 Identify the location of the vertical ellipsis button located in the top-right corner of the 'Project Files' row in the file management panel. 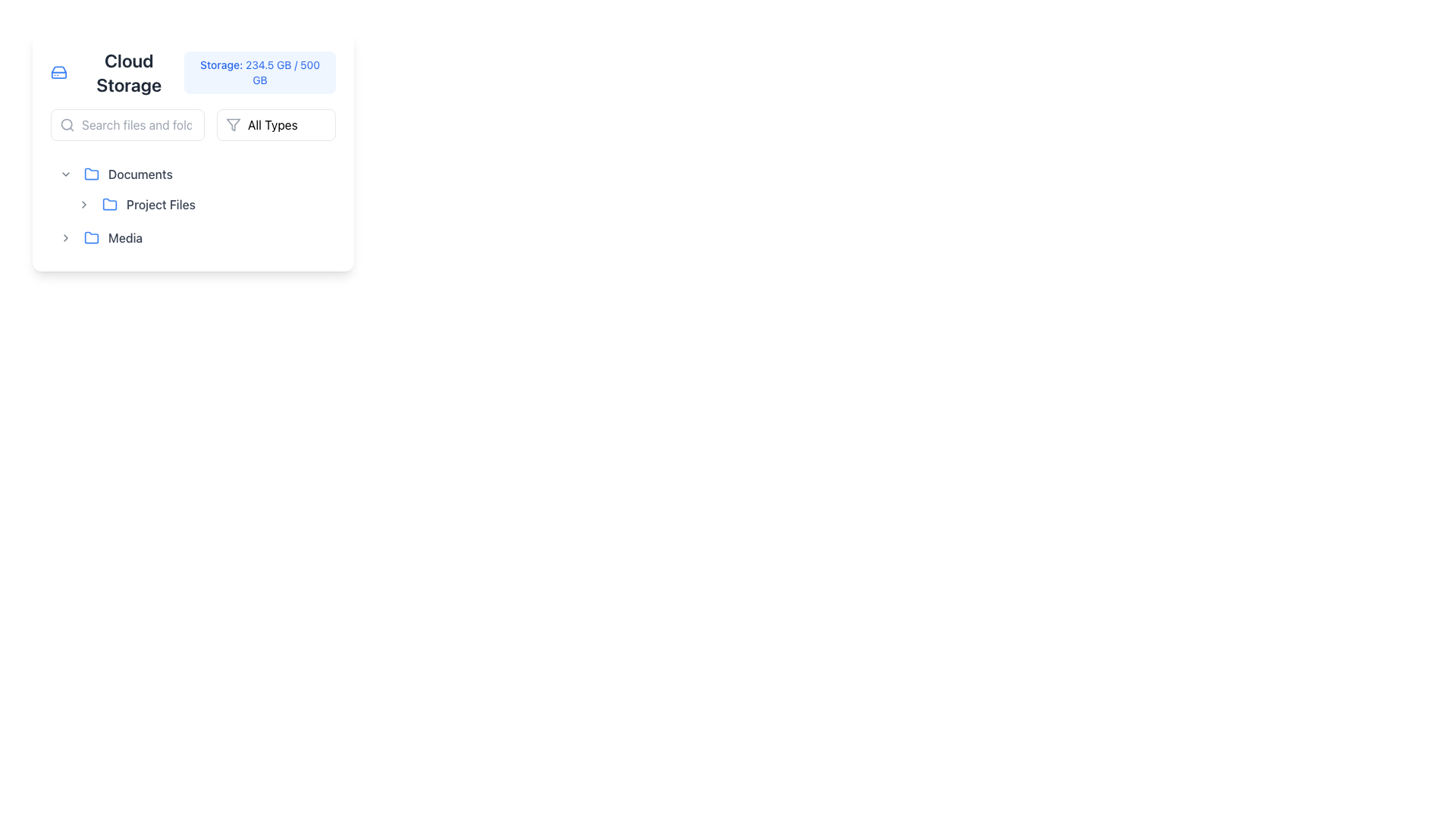
(319, 205).